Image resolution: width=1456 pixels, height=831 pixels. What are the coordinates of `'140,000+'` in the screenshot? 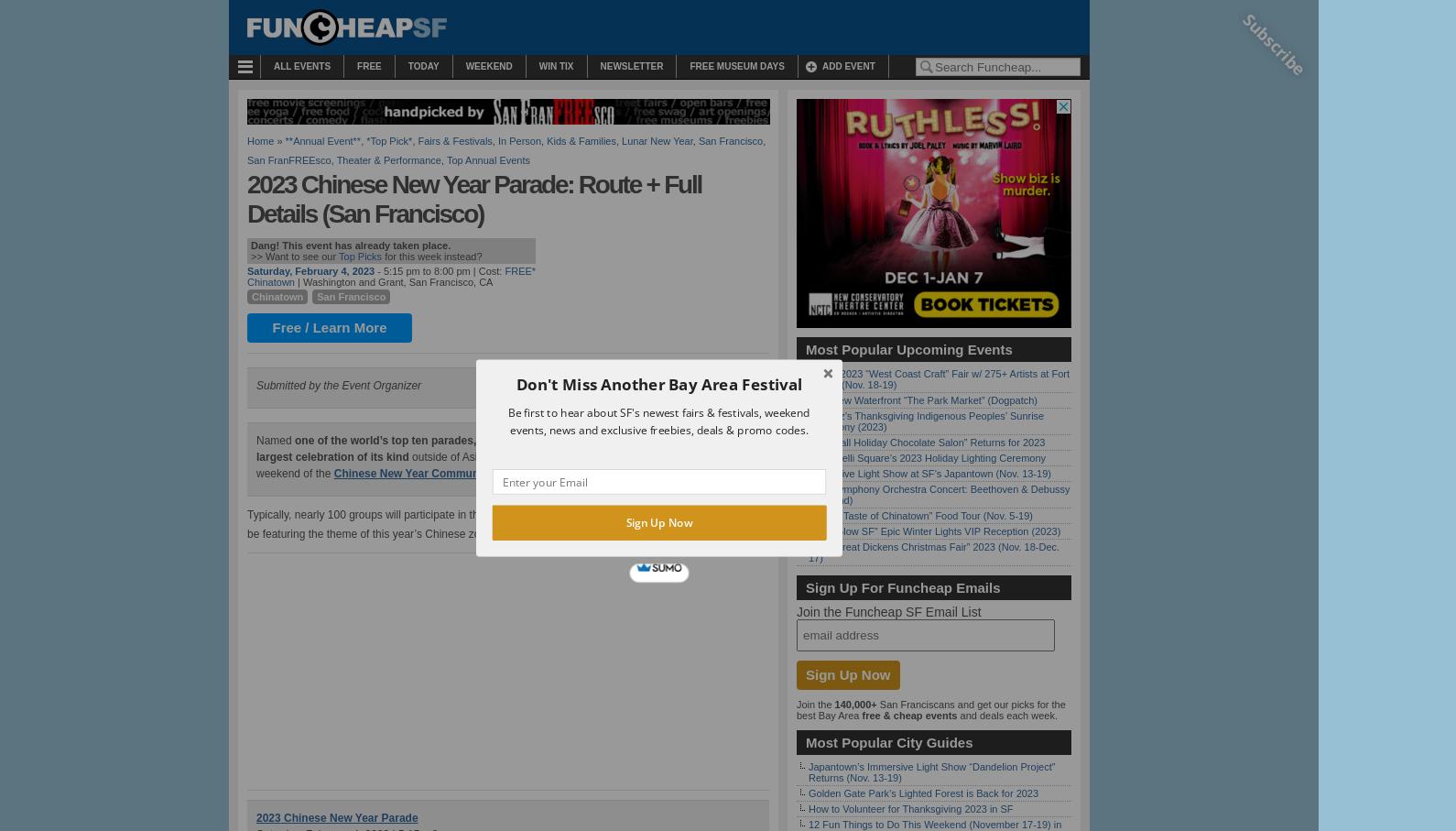 It's located at (834, 704).